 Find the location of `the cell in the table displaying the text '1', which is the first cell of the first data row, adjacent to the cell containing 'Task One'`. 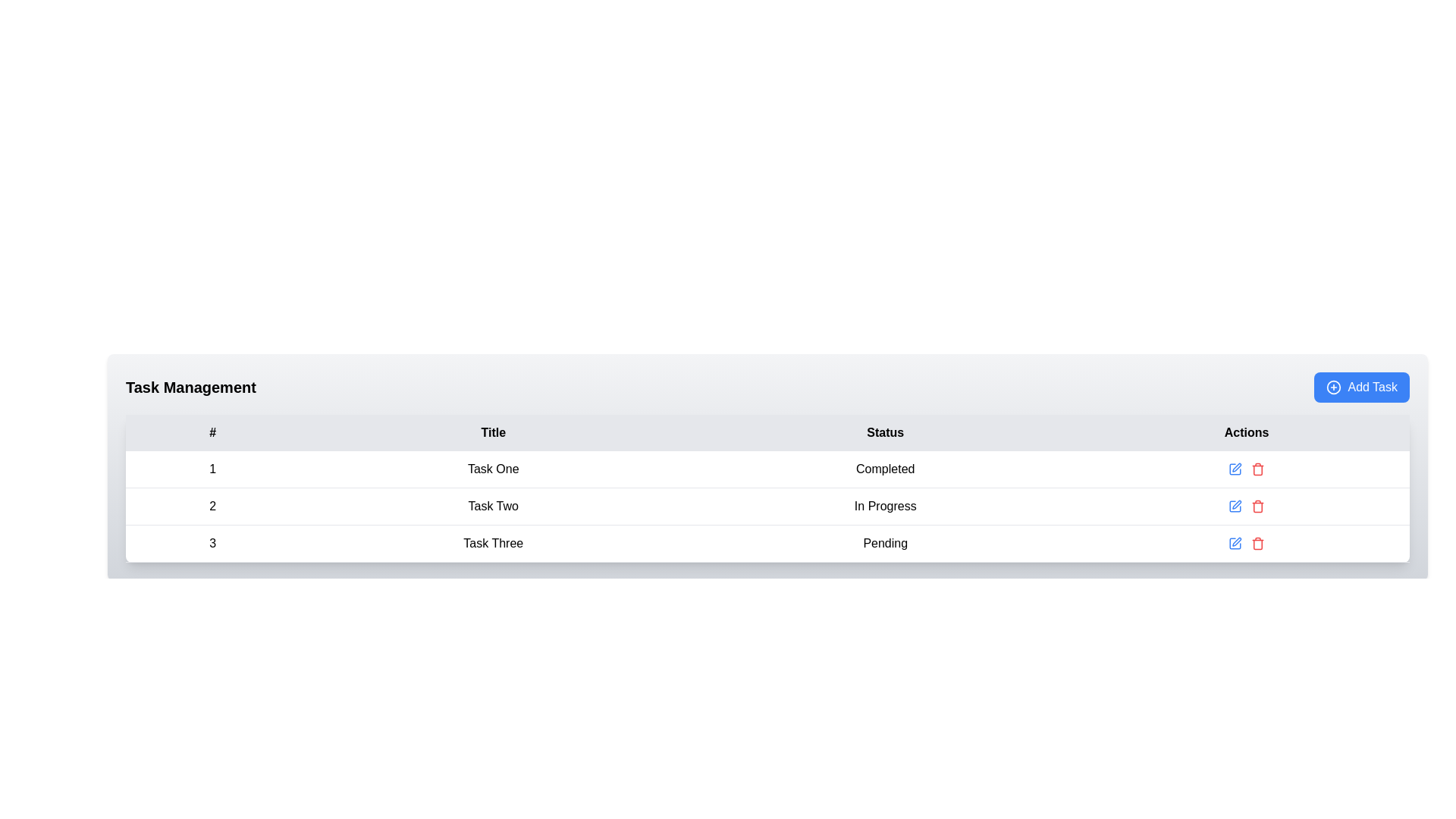

the cell in the table displaying the text '1', which is the first cell of the first data row, adjacent to the cell containing 'Task One' is located at coordinates (212, 469).